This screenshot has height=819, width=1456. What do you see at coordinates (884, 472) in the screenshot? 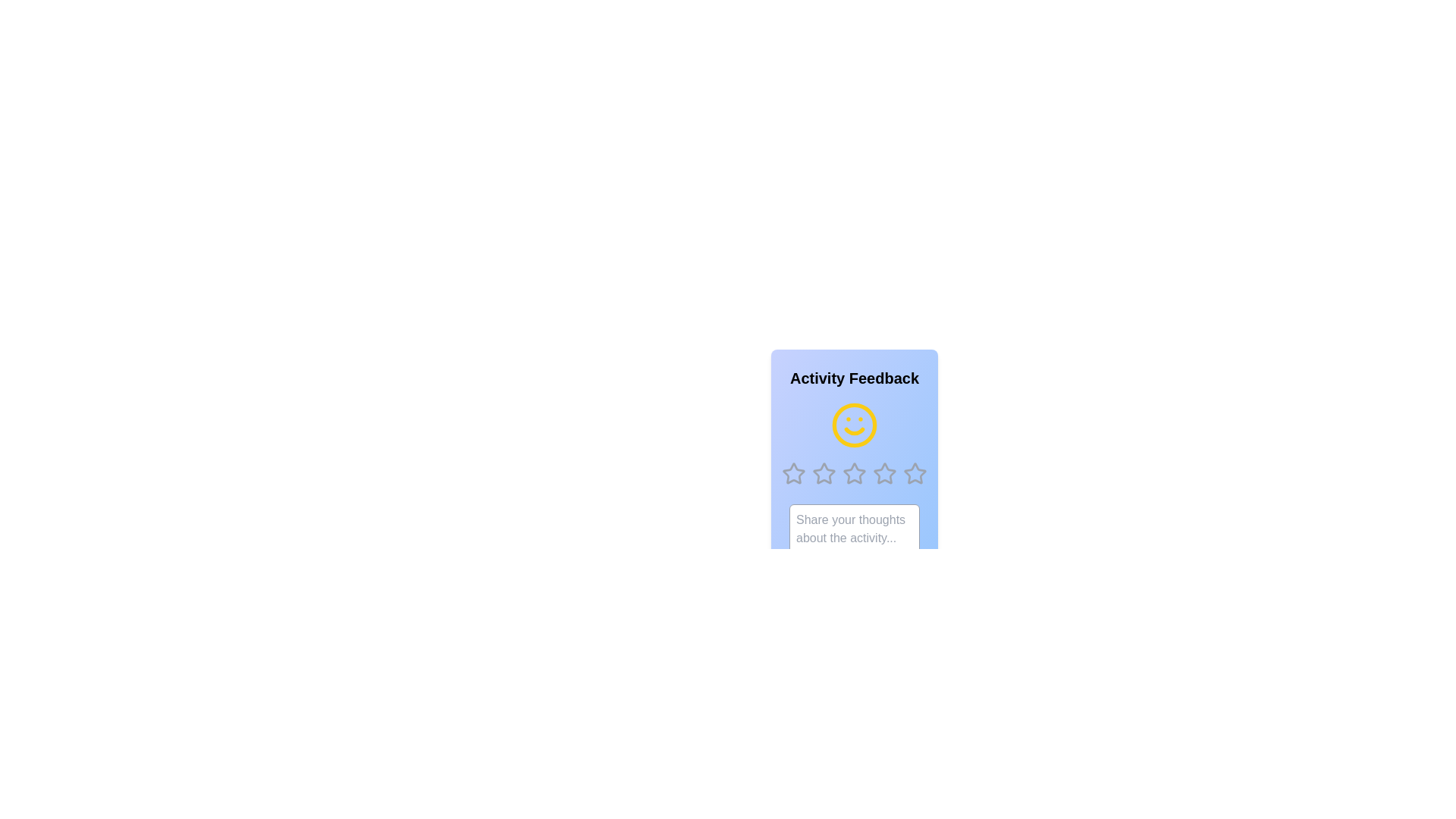
I see `the fourth star in the five-star rating system` at bounding box center [884, 472].